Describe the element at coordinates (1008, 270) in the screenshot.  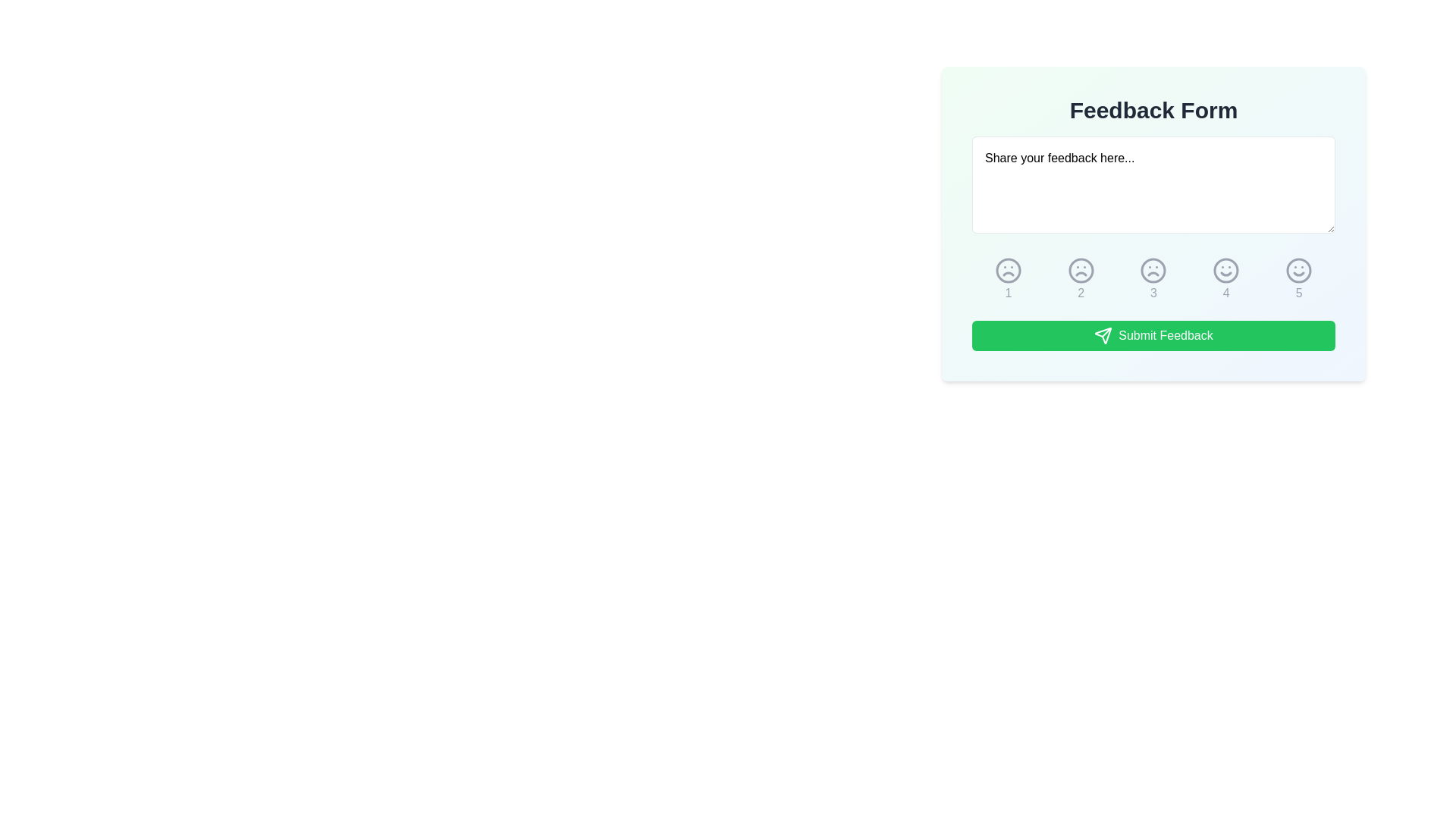
I see `the Rating icon, which is a circular icon with a gray outline featuring a frowning face, located below the text input field in the feedback form` at that location.